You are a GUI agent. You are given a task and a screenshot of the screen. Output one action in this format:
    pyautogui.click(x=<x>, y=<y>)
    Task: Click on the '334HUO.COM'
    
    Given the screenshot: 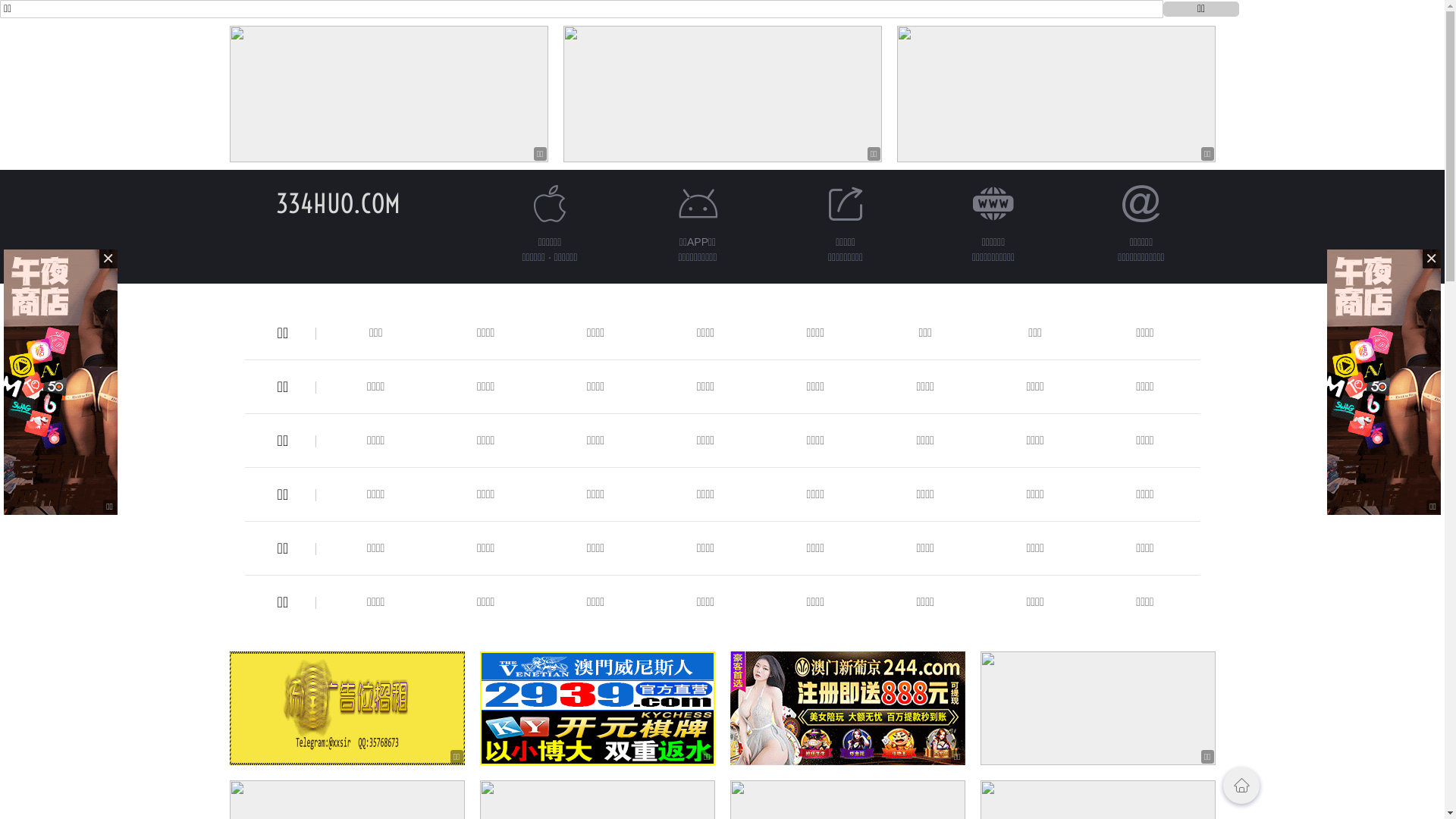 What is the action you would take?
    pyautogui.click(x=337, y=202)
    